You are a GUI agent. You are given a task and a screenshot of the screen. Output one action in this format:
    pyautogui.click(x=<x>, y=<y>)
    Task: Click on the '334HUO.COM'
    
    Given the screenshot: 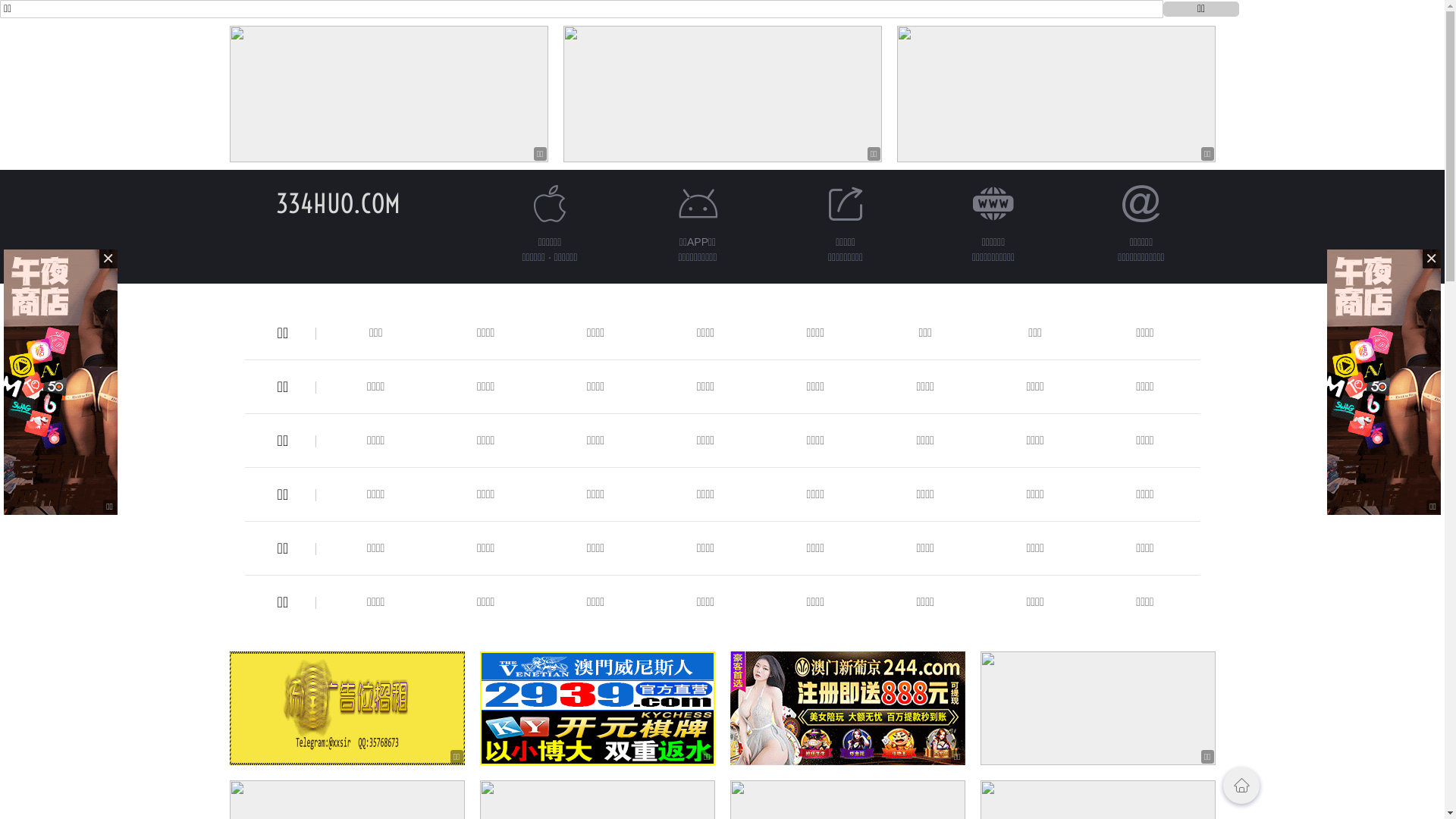 What is the action you would take?
    pyautogui.click(x=337, y=202)
    